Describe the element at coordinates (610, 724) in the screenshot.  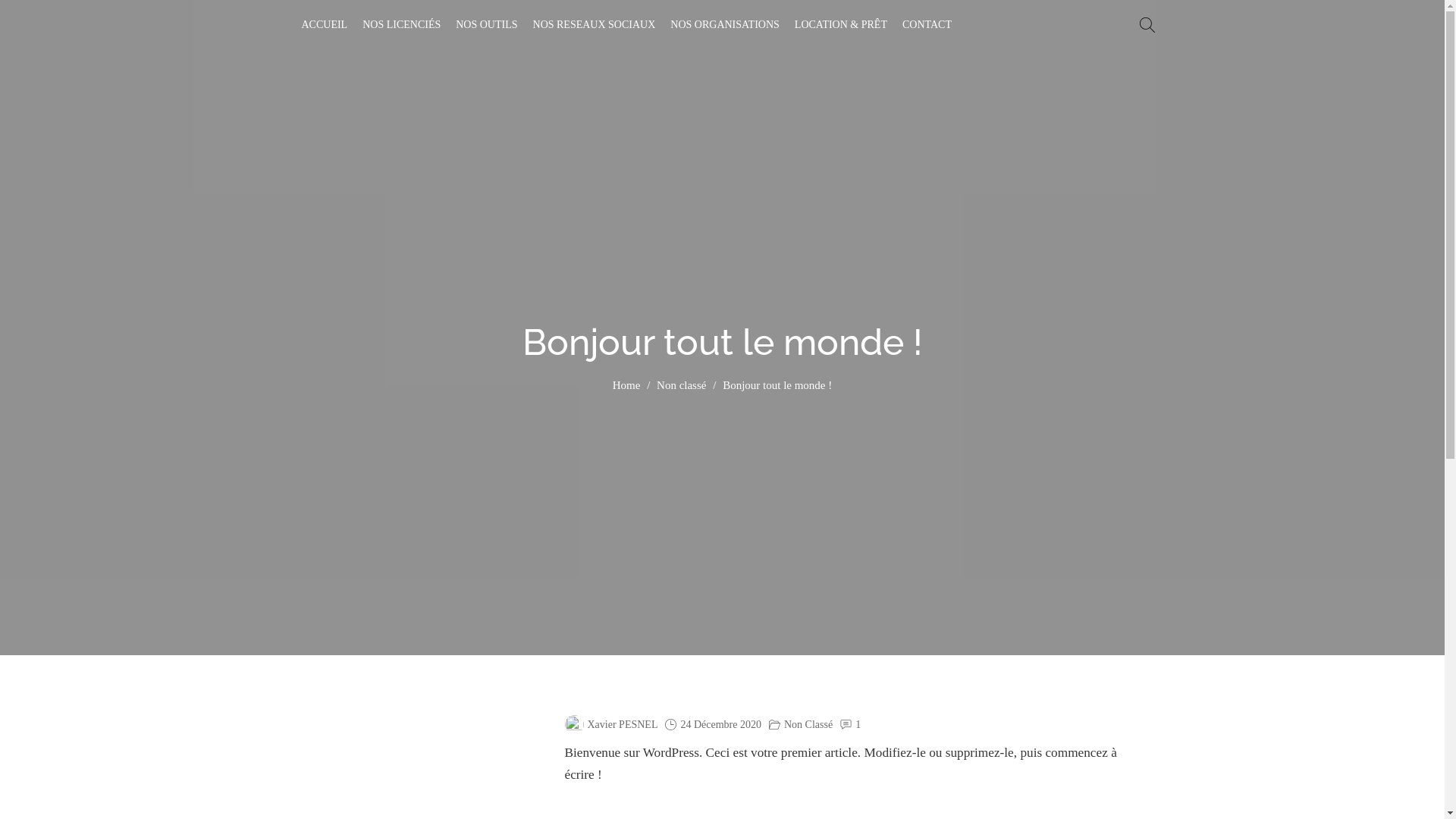
I see `'Xavier PESNEL'` at that location.